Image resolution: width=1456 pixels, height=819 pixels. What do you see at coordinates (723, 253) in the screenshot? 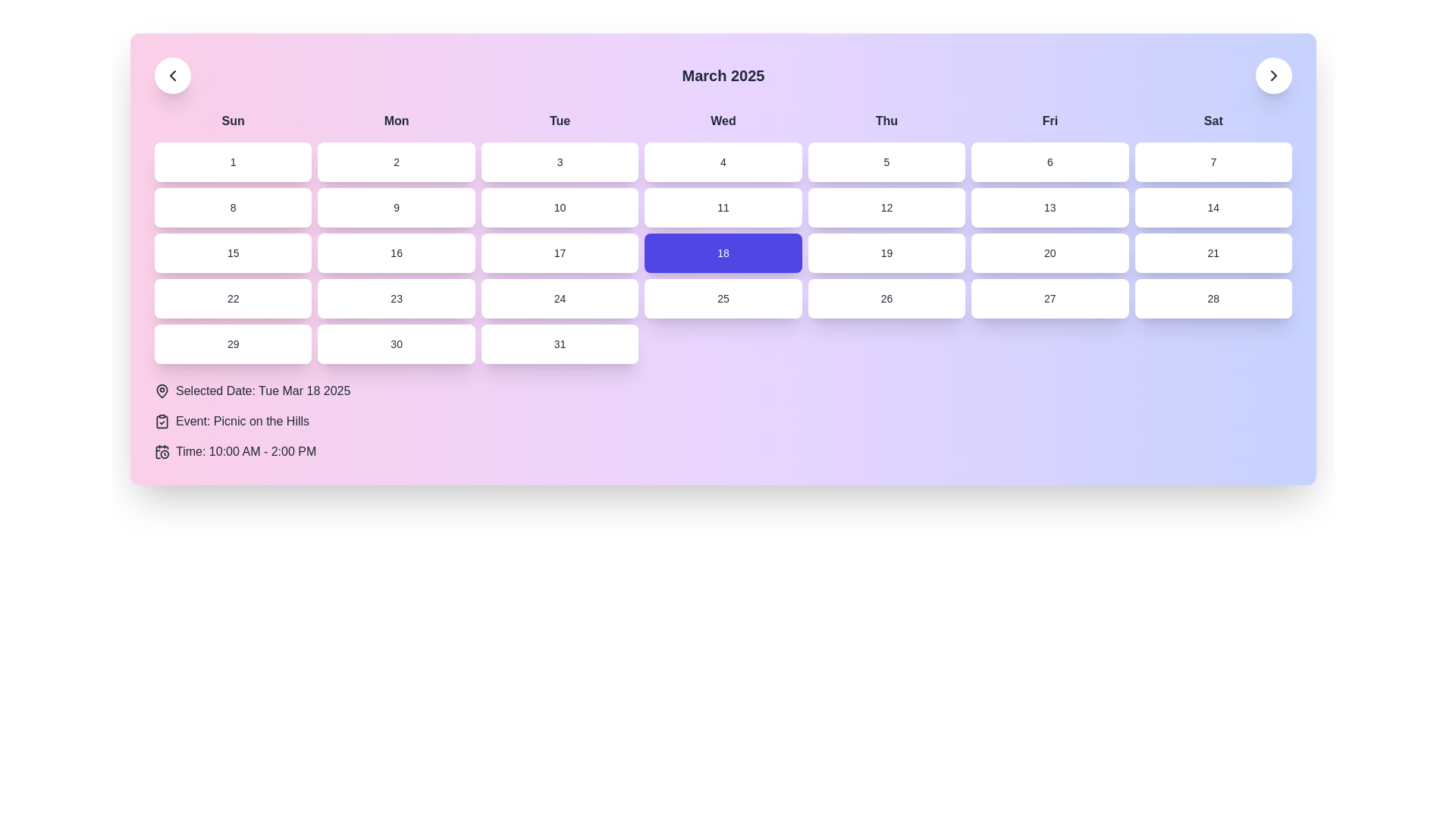
I see `the button representing the selectable date 'March 18, 2025', located in the 4th column of the 3rd row of the calendar grid` at bounding box center [723, 253].